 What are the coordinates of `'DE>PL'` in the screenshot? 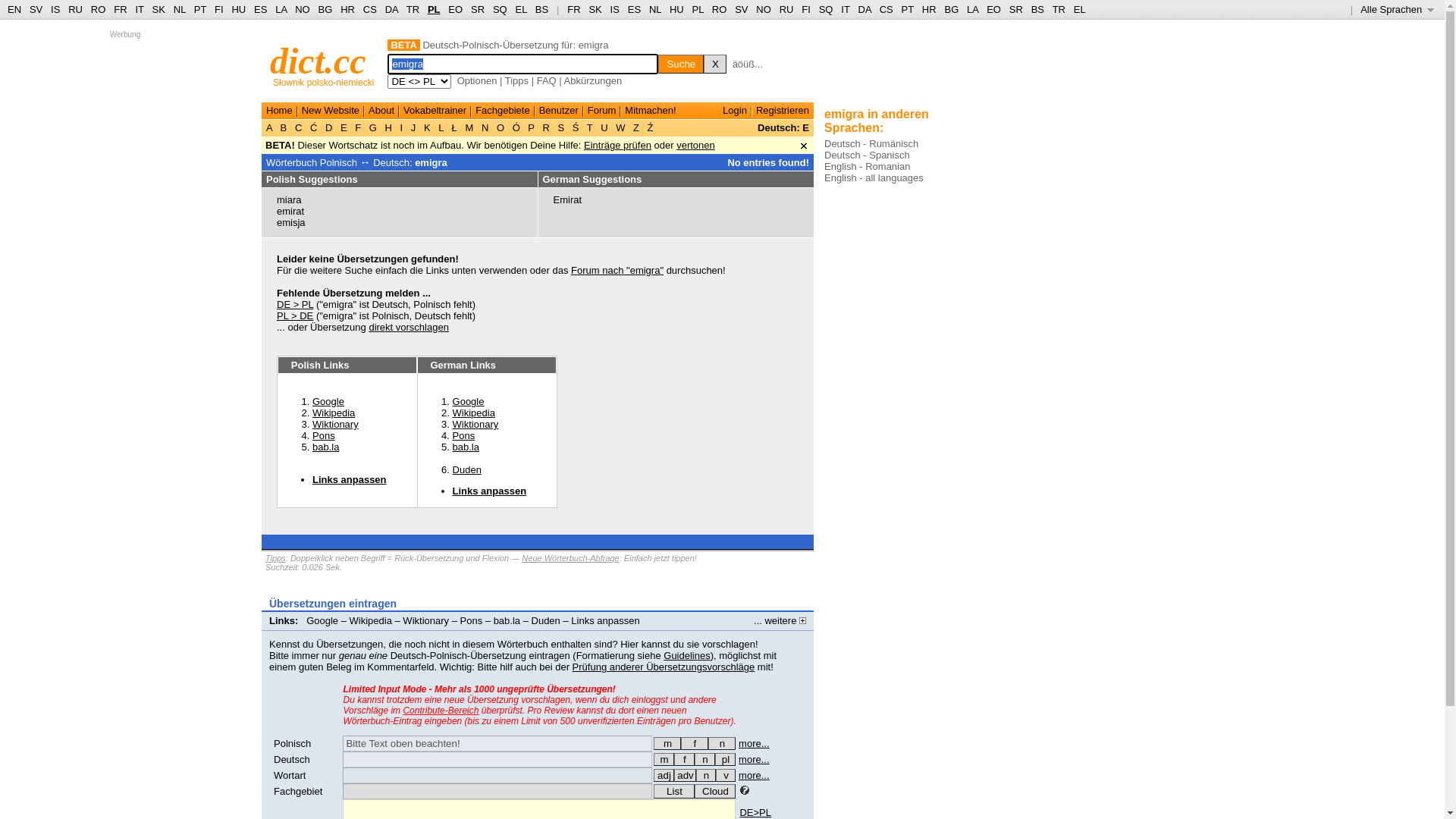 It's located at (755, 811).